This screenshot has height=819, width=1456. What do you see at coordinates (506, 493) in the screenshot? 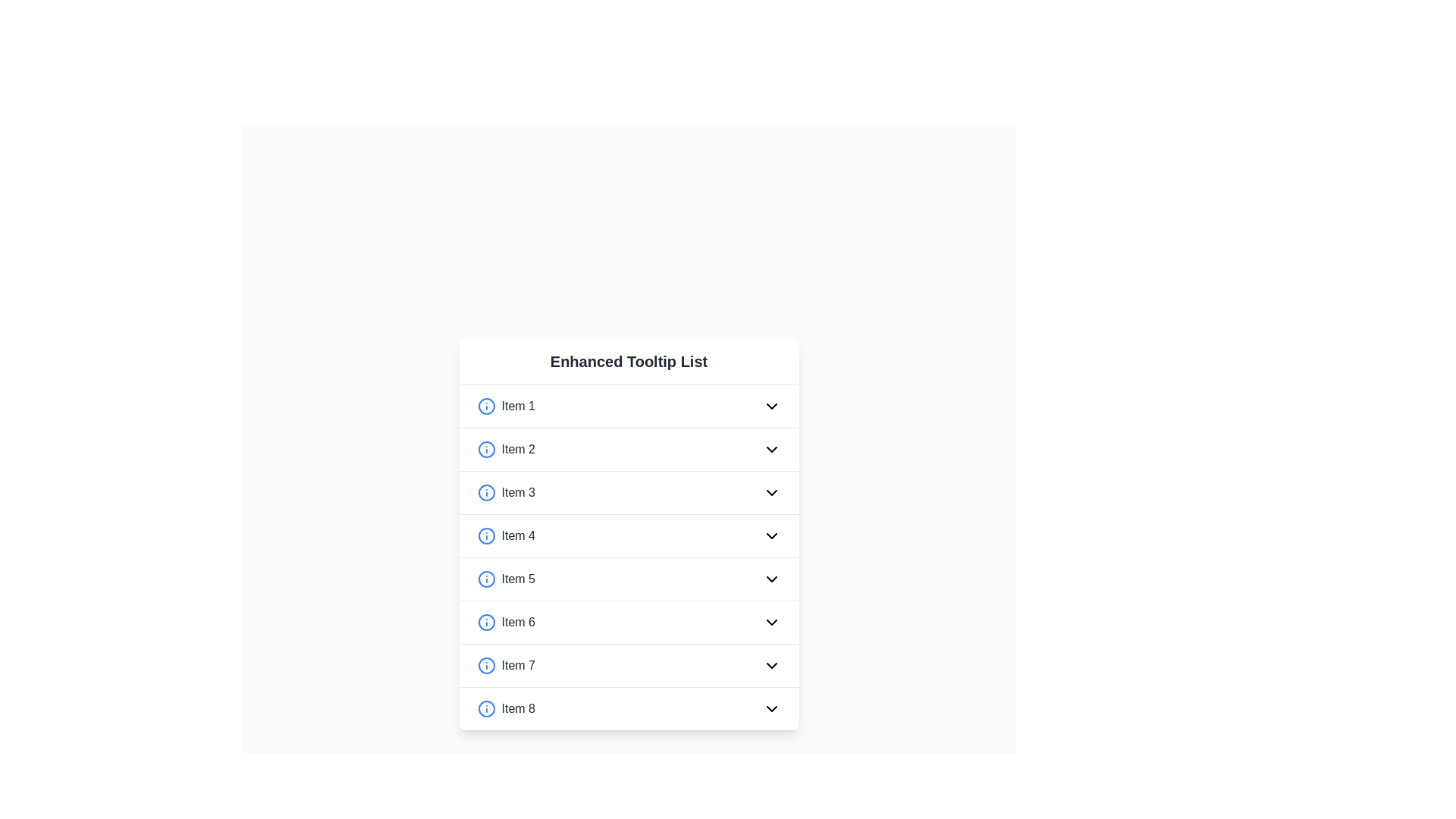
I see `the text label displaying 'Item 3', which is styled in gray and located in the third list item of a vertical list` at bounding box center [506, 493].